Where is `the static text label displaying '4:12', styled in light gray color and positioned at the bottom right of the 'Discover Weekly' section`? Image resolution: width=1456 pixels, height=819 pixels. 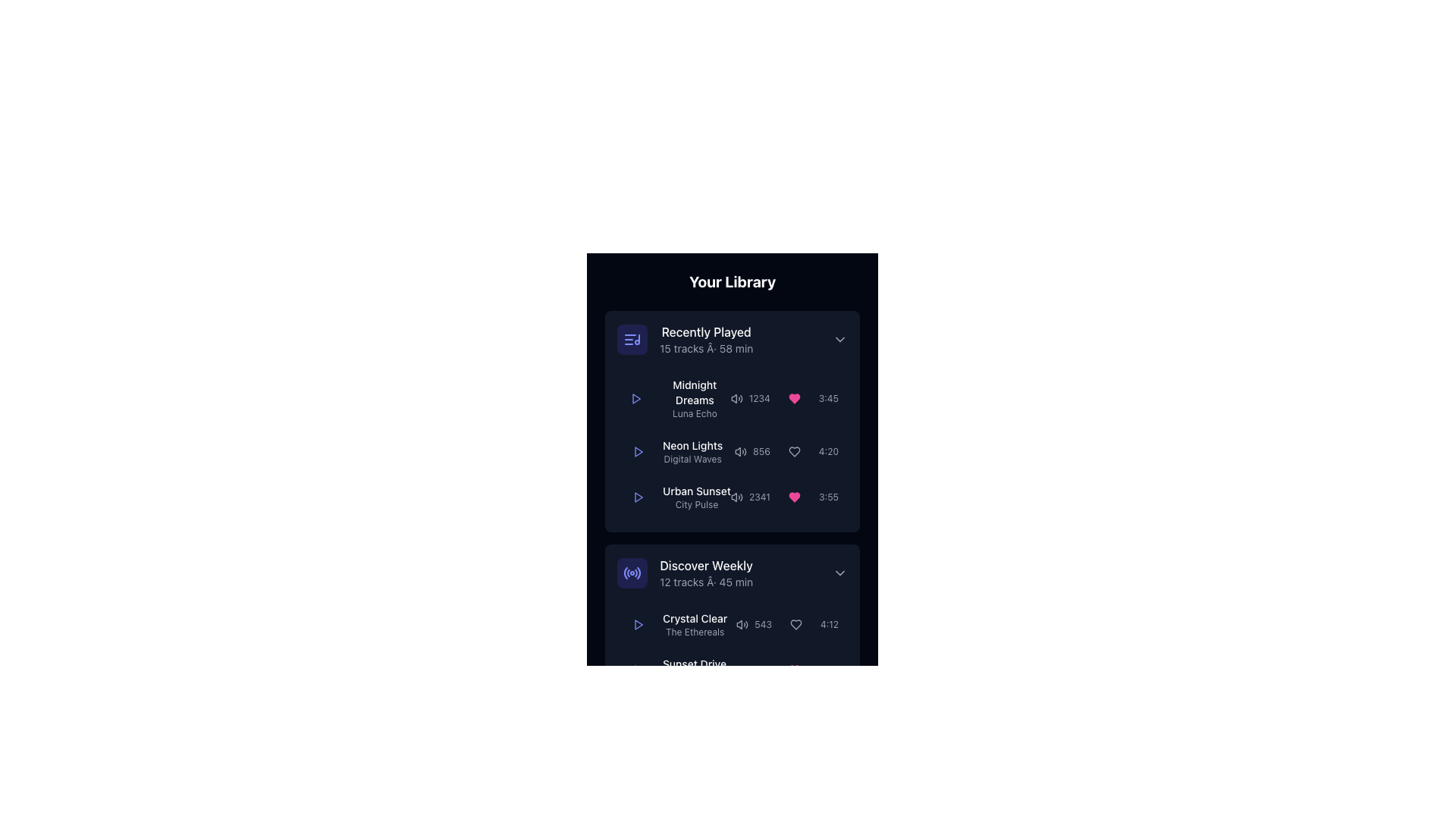 the static text label displaying '4:12', styled in light gray color and positioned at the bottom right of the 'Discover Weekly' section is located at coordinates (829, 625).